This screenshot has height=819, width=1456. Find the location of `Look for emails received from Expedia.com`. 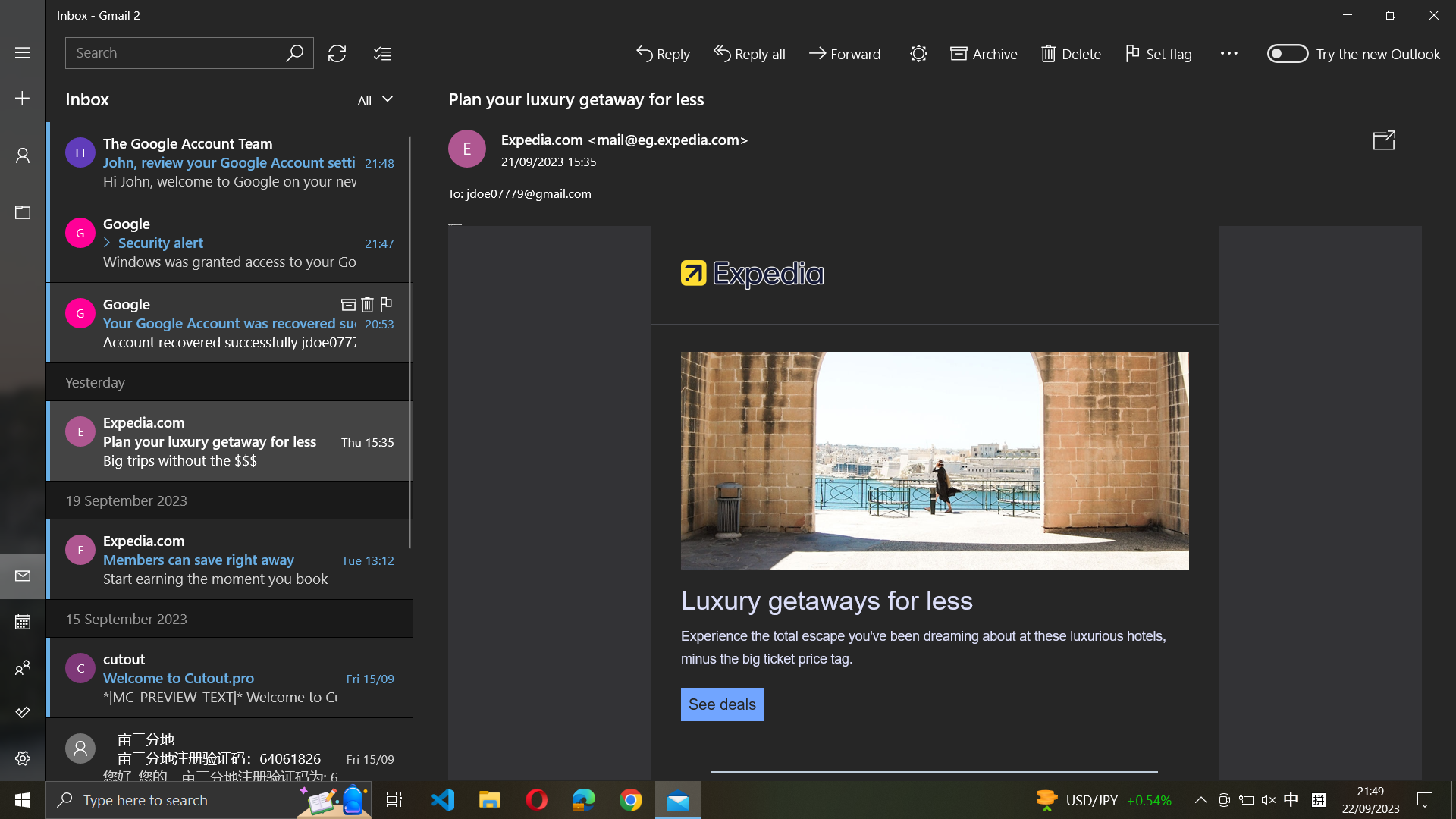

Look for emails received from Expedia.com is located at coordinates (188, 52).